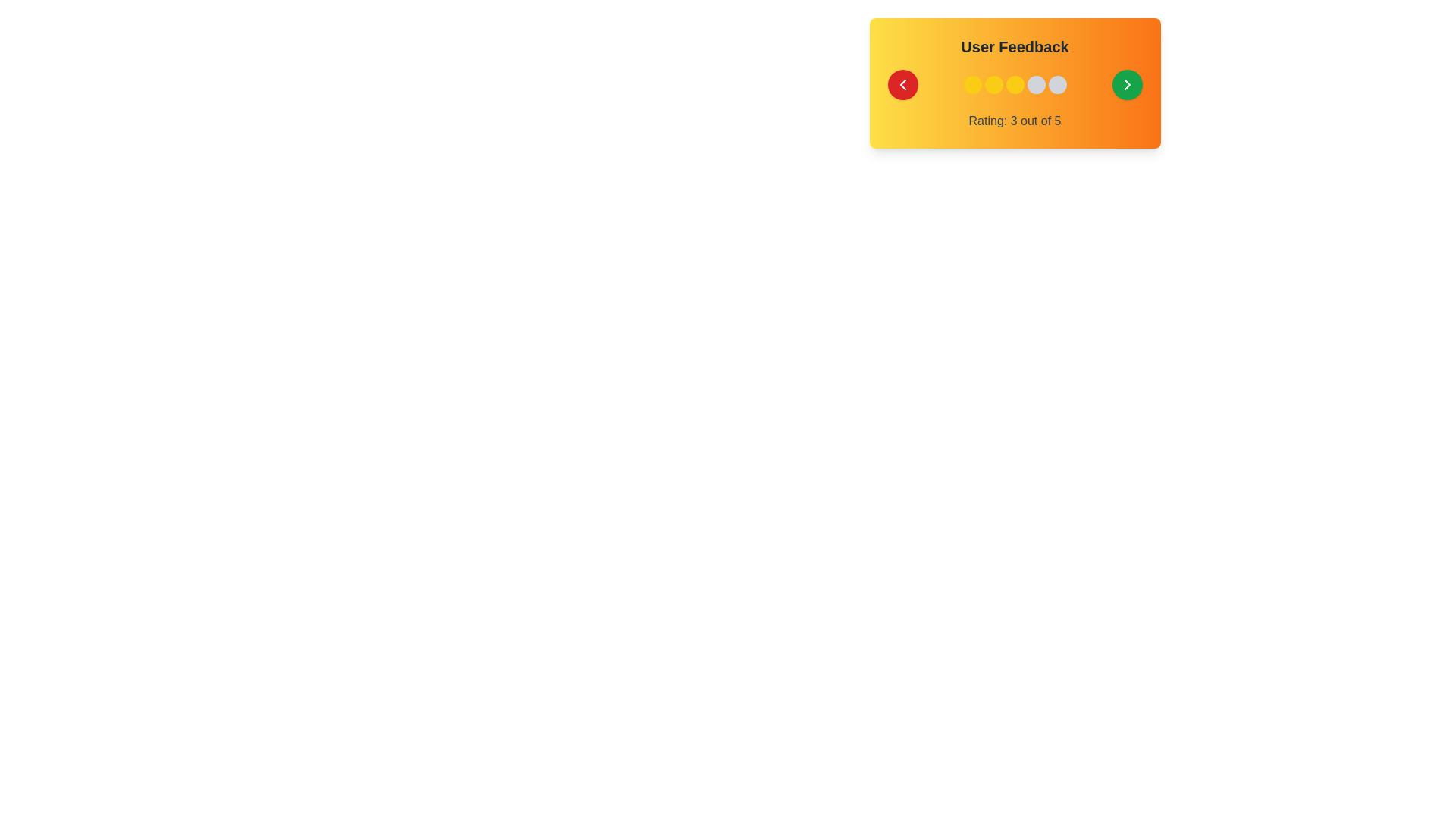 Image resolution: width=1456 pixels, height=819 pixels. Describe the element at coordinates (993, 84) in the screenshot. I see `the second circular rating option with a yellow background located beneath the 'User Feedback' title` at that location.